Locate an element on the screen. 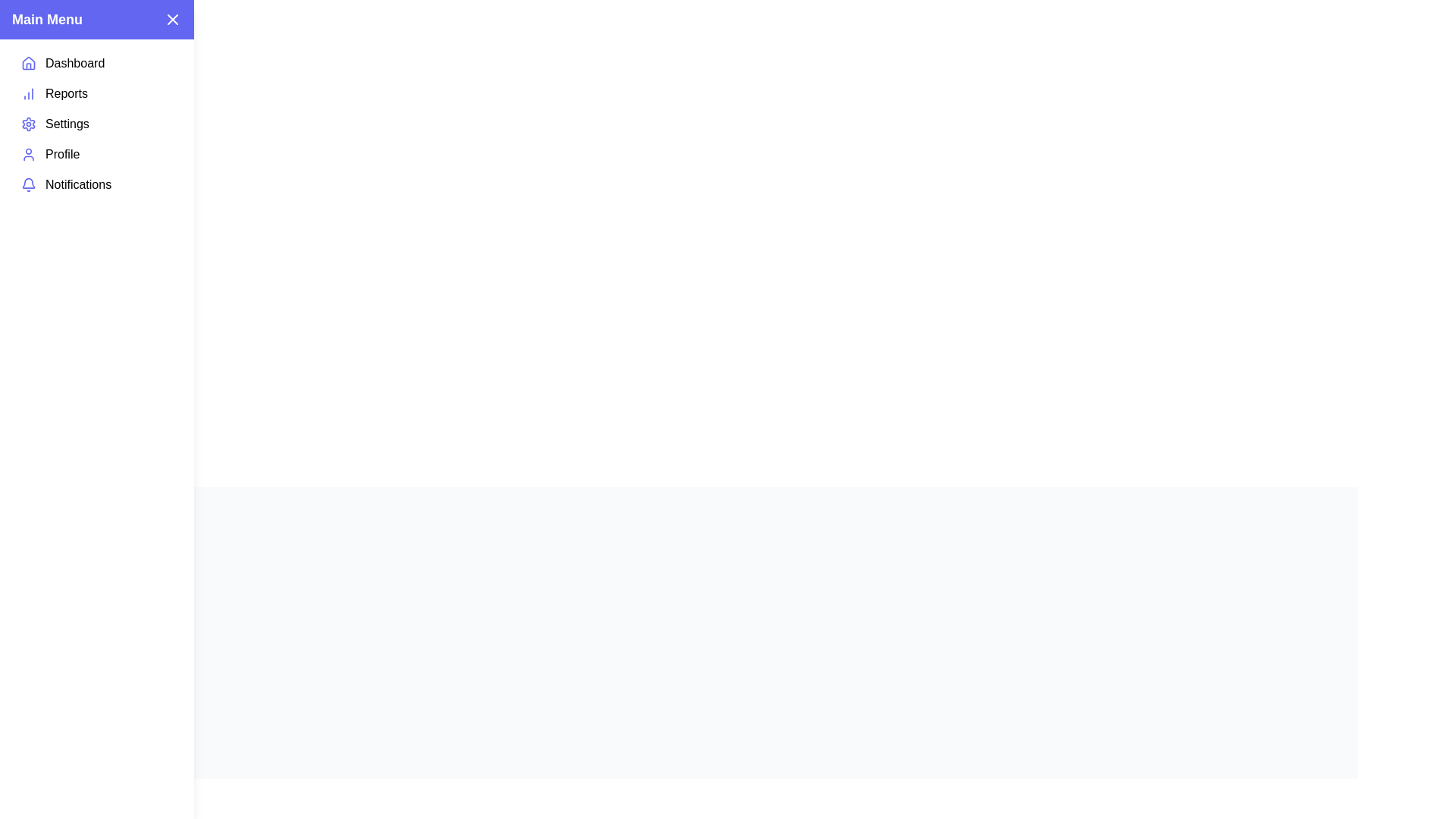 The height and width of the screenshot is (819, 1456). the house icon with a bold outline and a triangular roof, located to the left of the text 'Dashboard' in the menu is located at coordinates (29, 62).